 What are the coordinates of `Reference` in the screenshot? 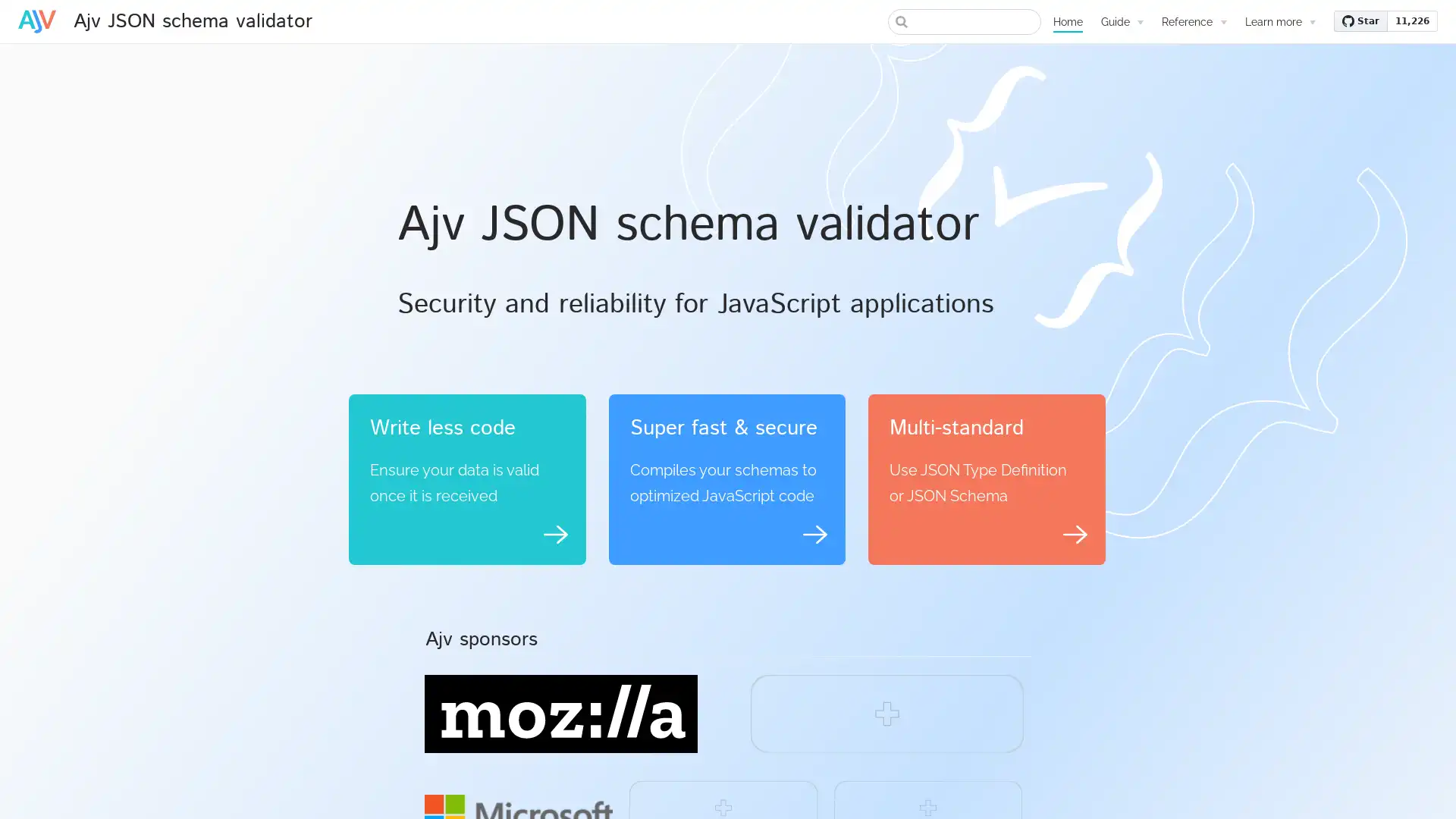 It's located at (1193, 22).